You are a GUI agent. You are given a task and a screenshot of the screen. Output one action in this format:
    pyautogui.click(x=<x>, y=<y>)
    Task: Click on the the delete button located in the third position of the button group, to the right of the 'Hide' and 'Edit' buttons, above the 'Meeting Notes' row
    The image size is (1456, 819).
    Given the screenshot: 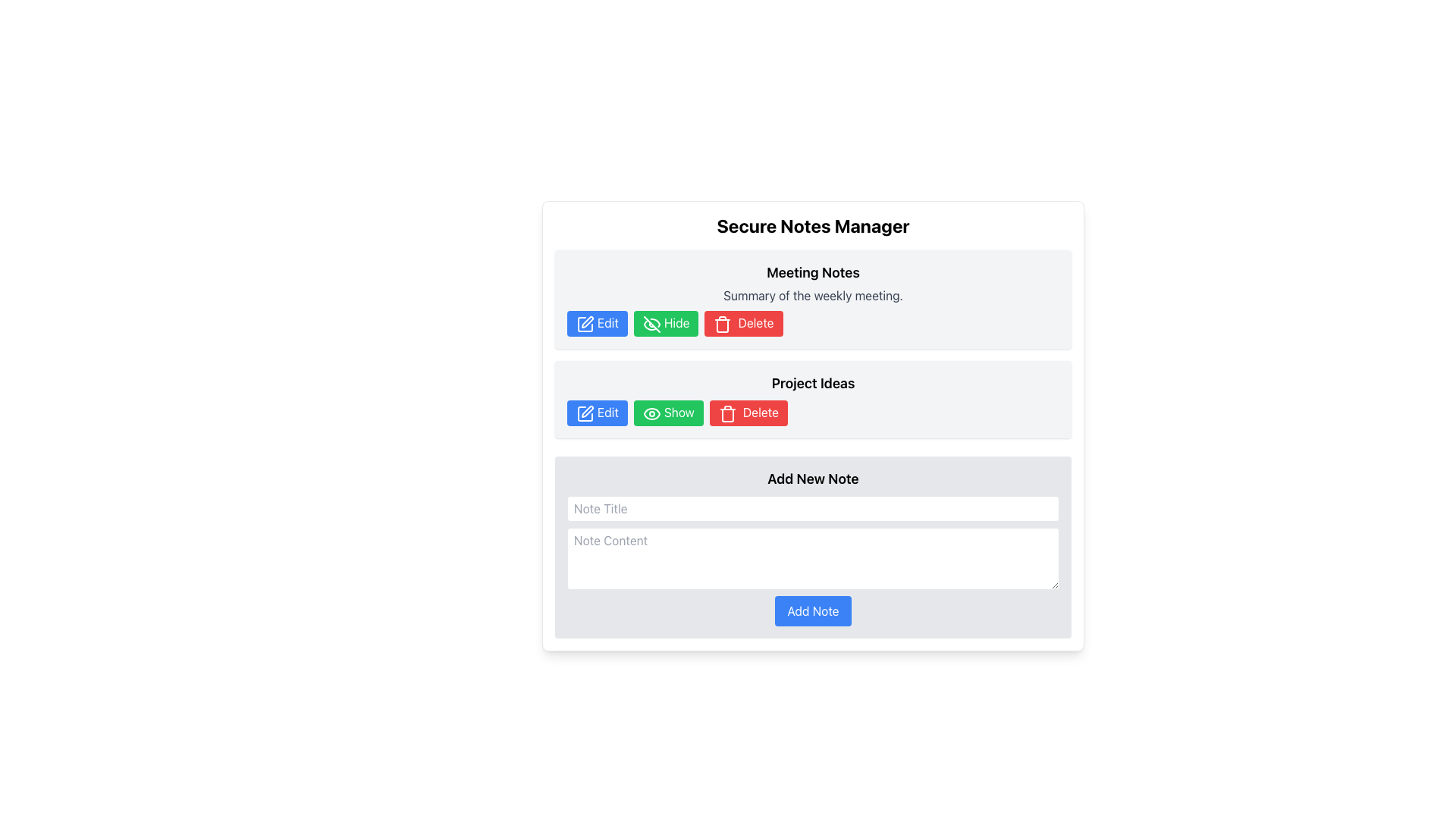 What is the action you would take?
    pyautogui.click(x=743, y=322)
    